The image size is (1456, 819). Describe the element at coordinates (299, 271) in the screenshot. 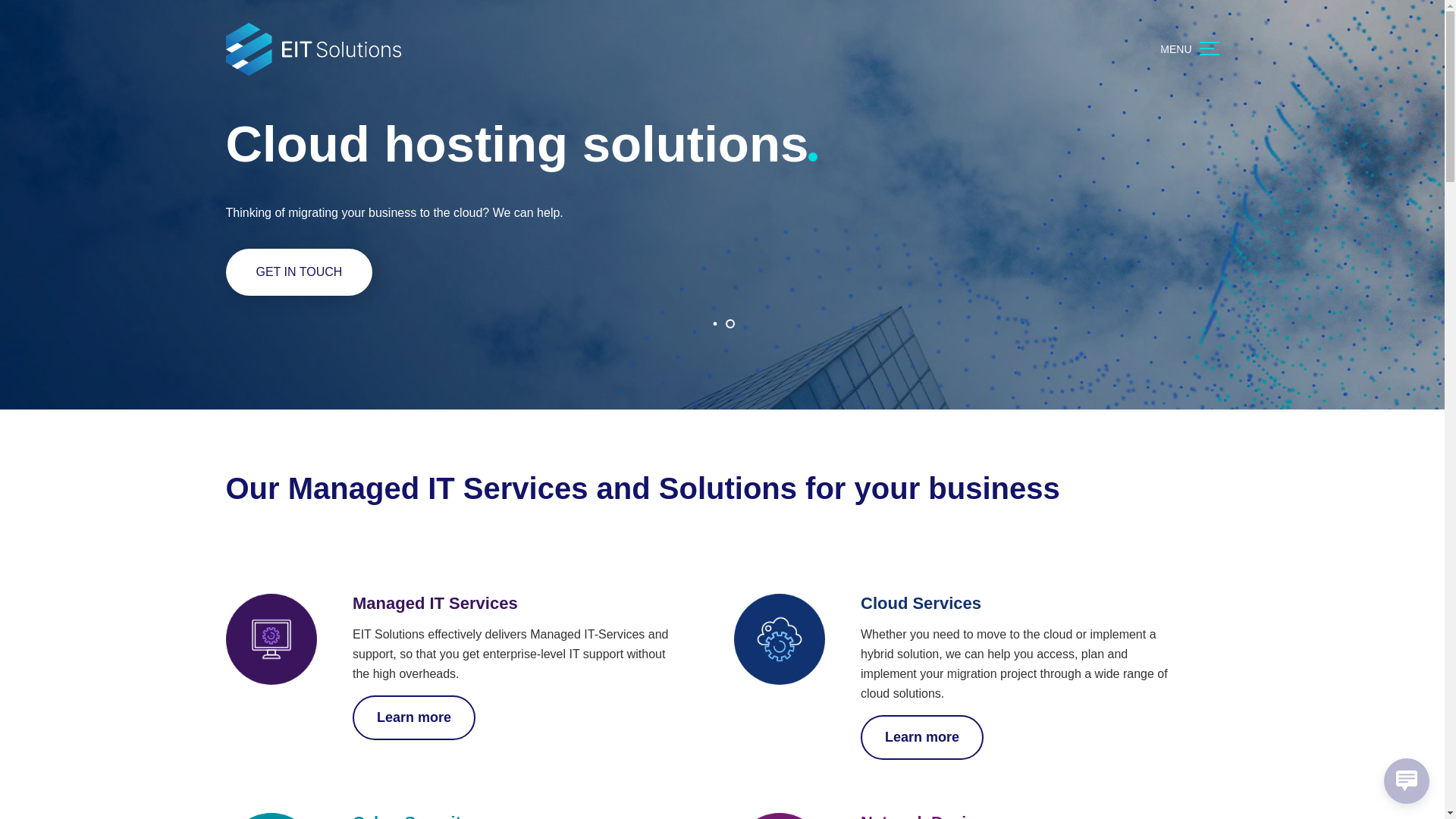

I see `'GET IN TOUCH'` at that location.